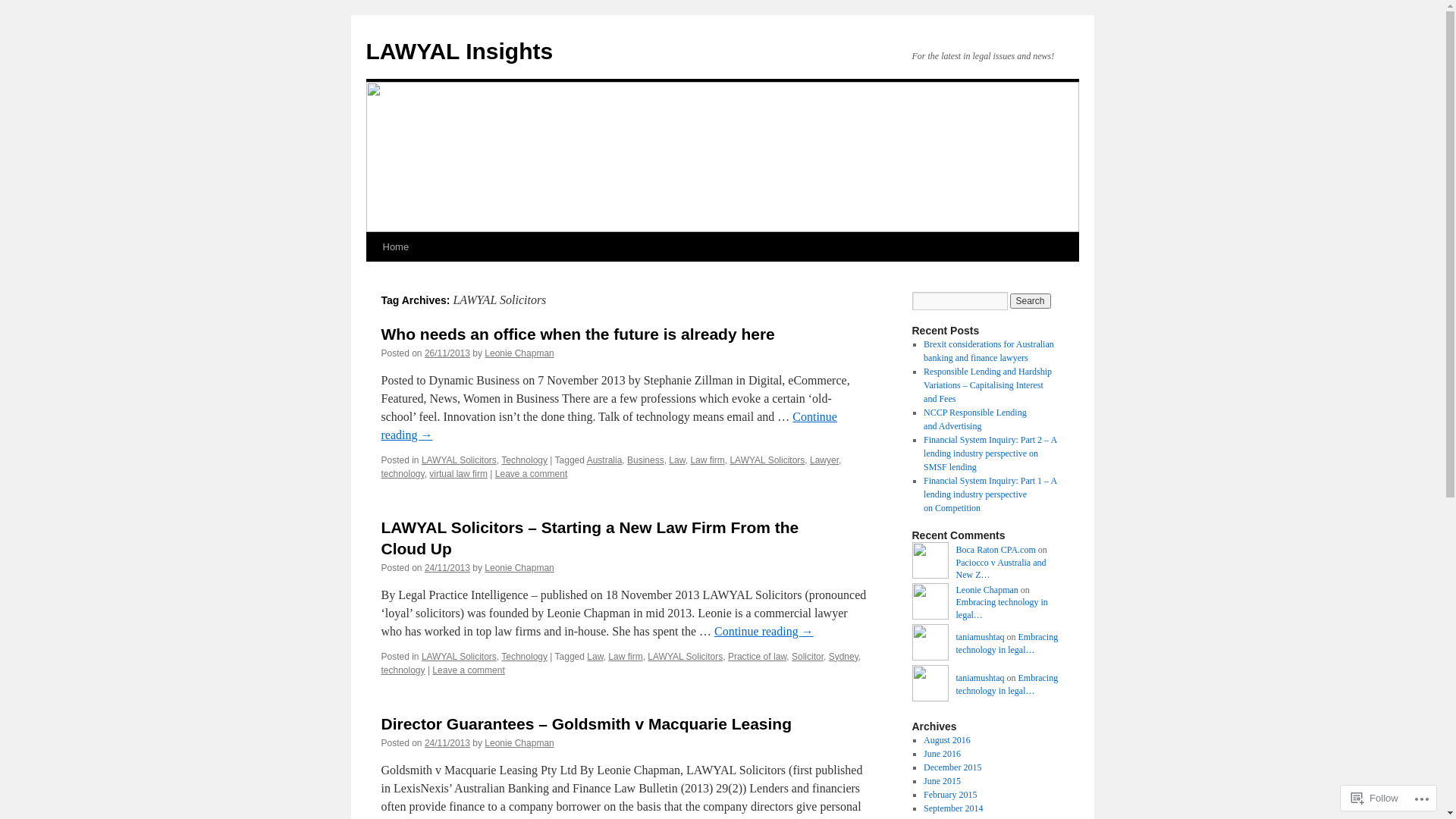 Image resolution: width=1456 pixels, height=819 pixels. Describe the element at coordinates (1030, 301) in the screenshot. I see `'Search'` at that location.